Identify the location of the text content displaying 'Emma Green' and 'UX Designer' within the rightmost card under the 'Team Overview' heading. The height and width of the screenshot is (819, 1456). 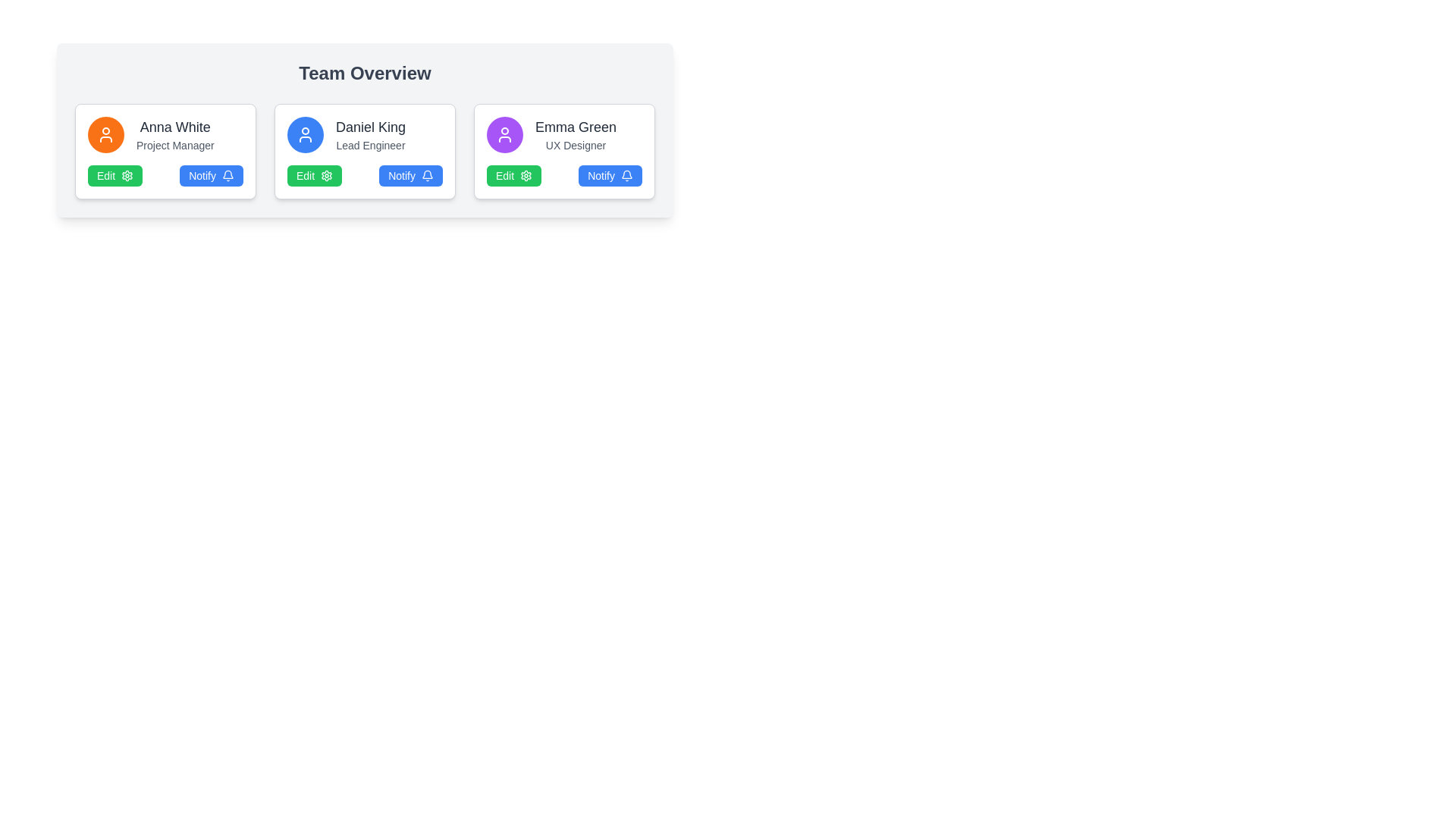
(575, 133).